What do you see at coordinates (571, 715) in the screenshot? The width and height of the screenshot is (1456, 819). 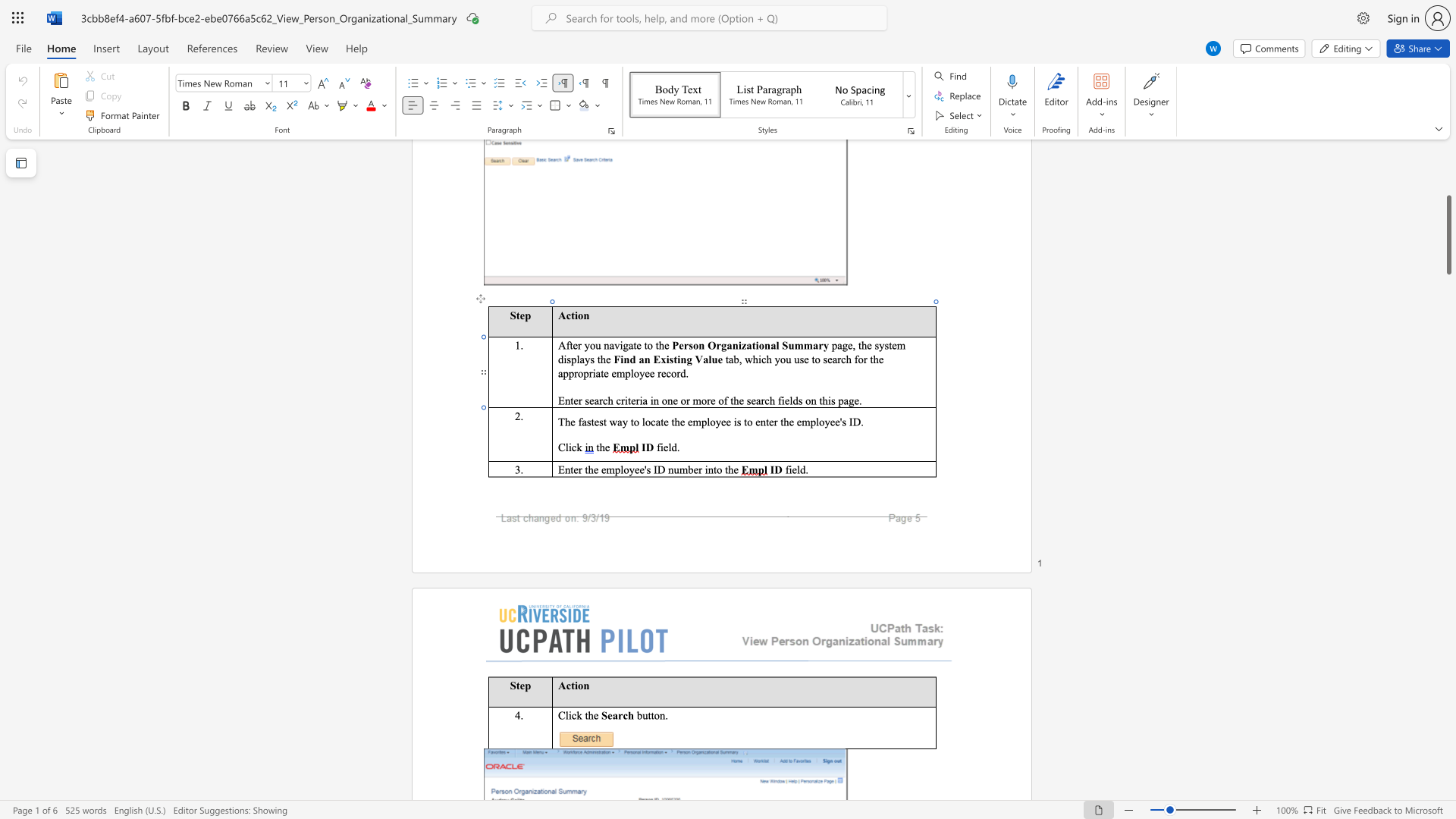 I see `the space between the continuous character "i" and "c" in the text` at bounding box center [571, 715].